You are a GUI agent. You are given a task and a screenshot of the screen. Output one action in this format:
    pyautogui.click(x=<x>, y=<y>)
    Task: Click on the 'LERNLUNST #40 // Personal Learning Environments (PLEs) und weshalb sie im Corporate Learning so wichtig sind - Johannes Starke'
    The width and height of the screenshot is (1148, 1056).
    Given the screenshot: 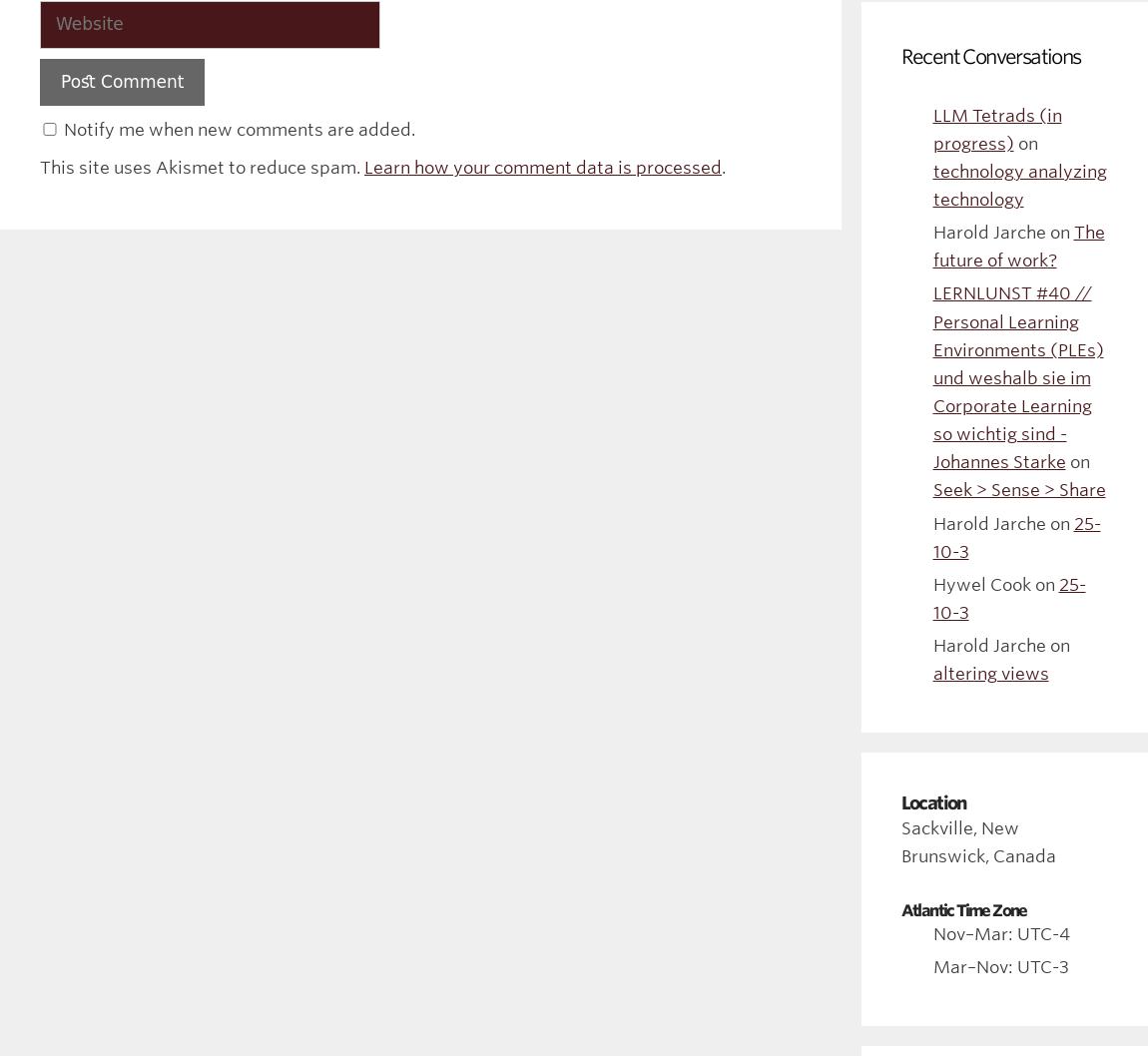 What is the action you would take?
    pyautogui.click(x=932, y=377)
    